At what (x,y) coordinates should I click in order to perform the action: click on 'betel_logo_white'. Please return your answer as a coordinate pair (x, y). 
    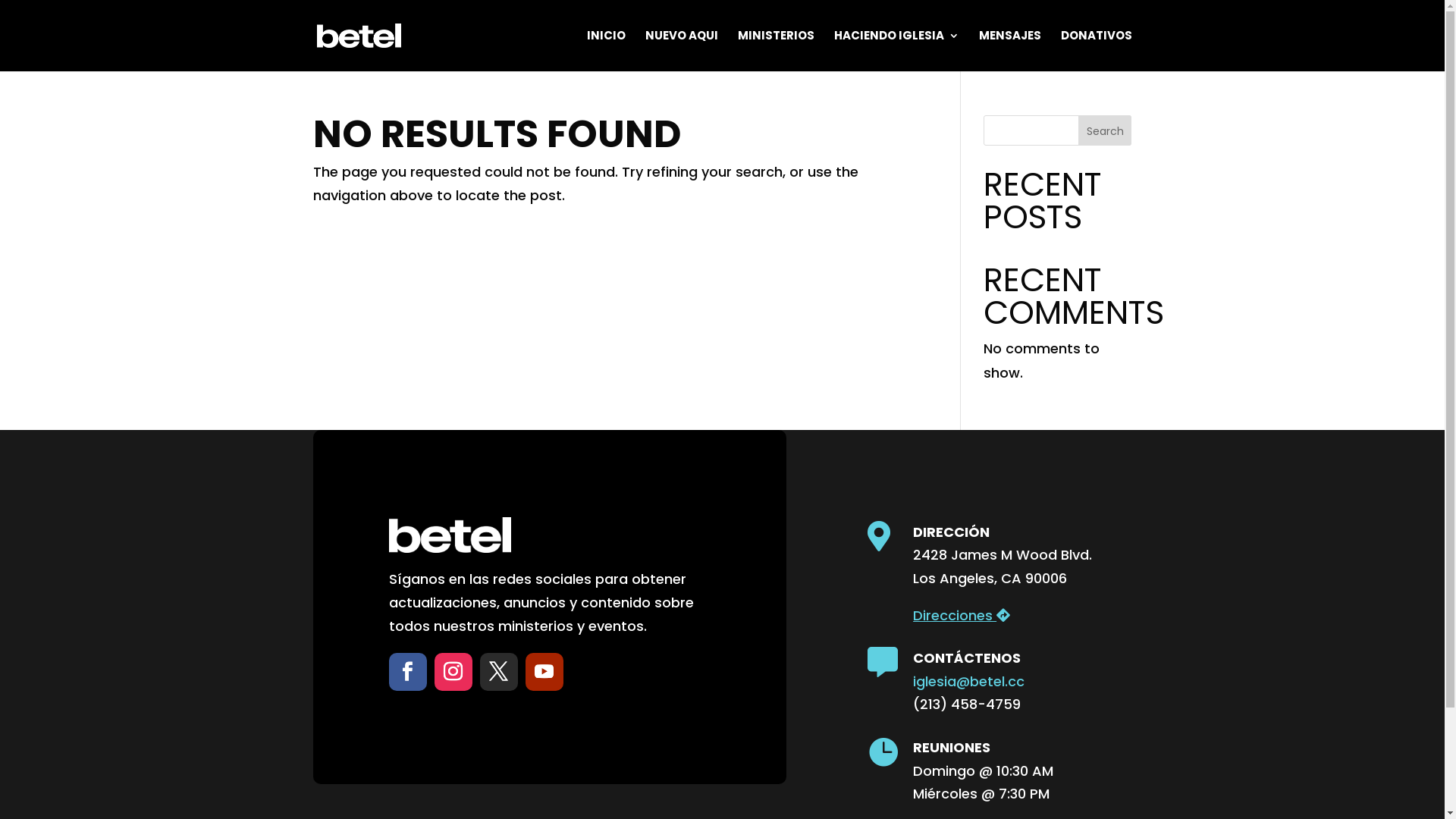
    Looking at the image, I should click on (448, 534).